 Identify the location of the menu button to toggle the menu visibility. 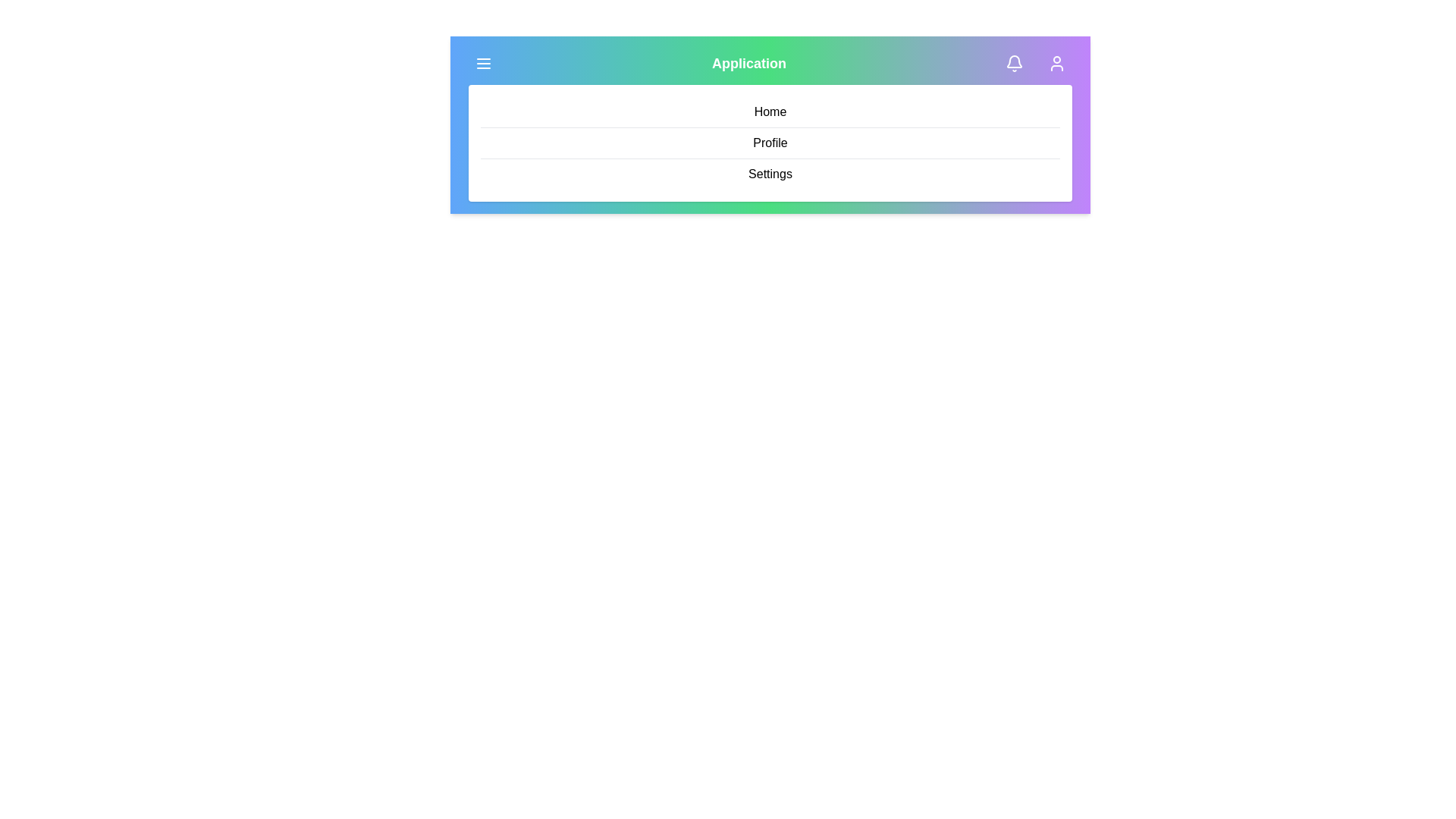
(483, 63).